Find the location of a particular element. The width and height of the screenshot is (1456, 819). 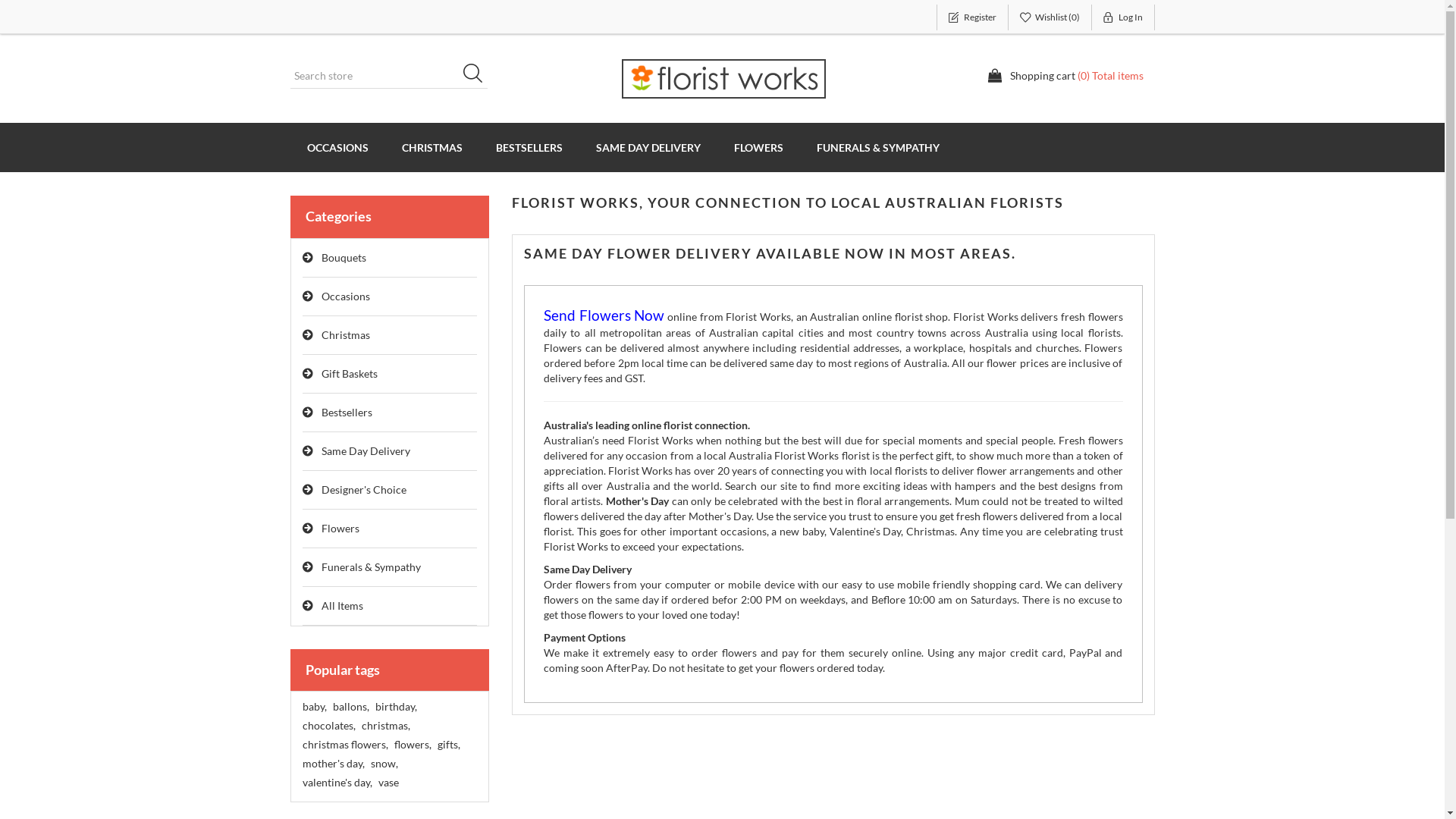

'Same Day Delivery' is located at coordinates (389, 450).